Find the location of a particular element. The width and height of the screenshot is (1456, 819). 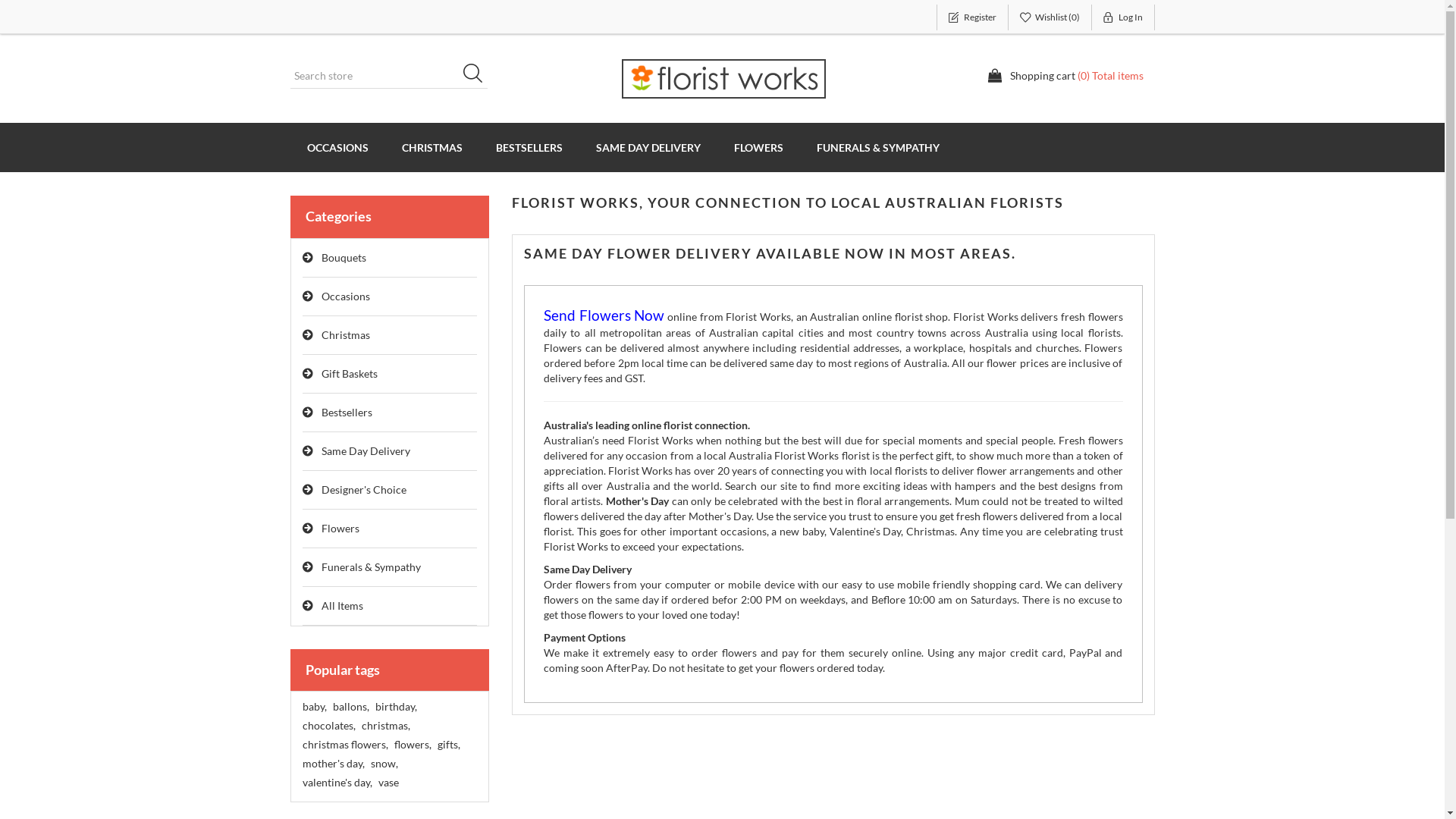

'Same Day Delivery' is located at coordinates (389, 450).